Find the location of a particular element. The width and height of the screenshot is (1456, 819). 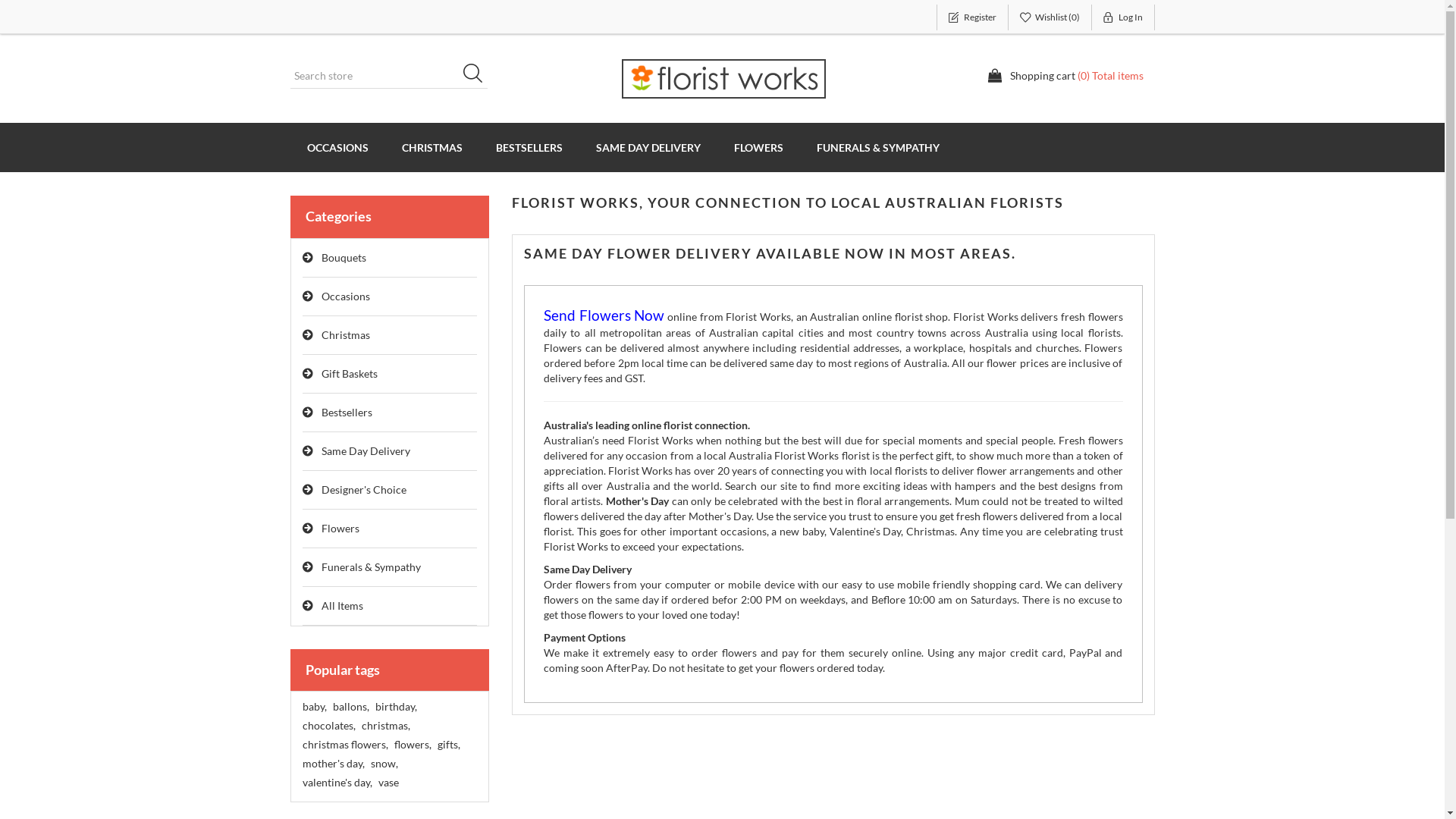

'Same Day Delivery' is located at coordinates (389, 450).